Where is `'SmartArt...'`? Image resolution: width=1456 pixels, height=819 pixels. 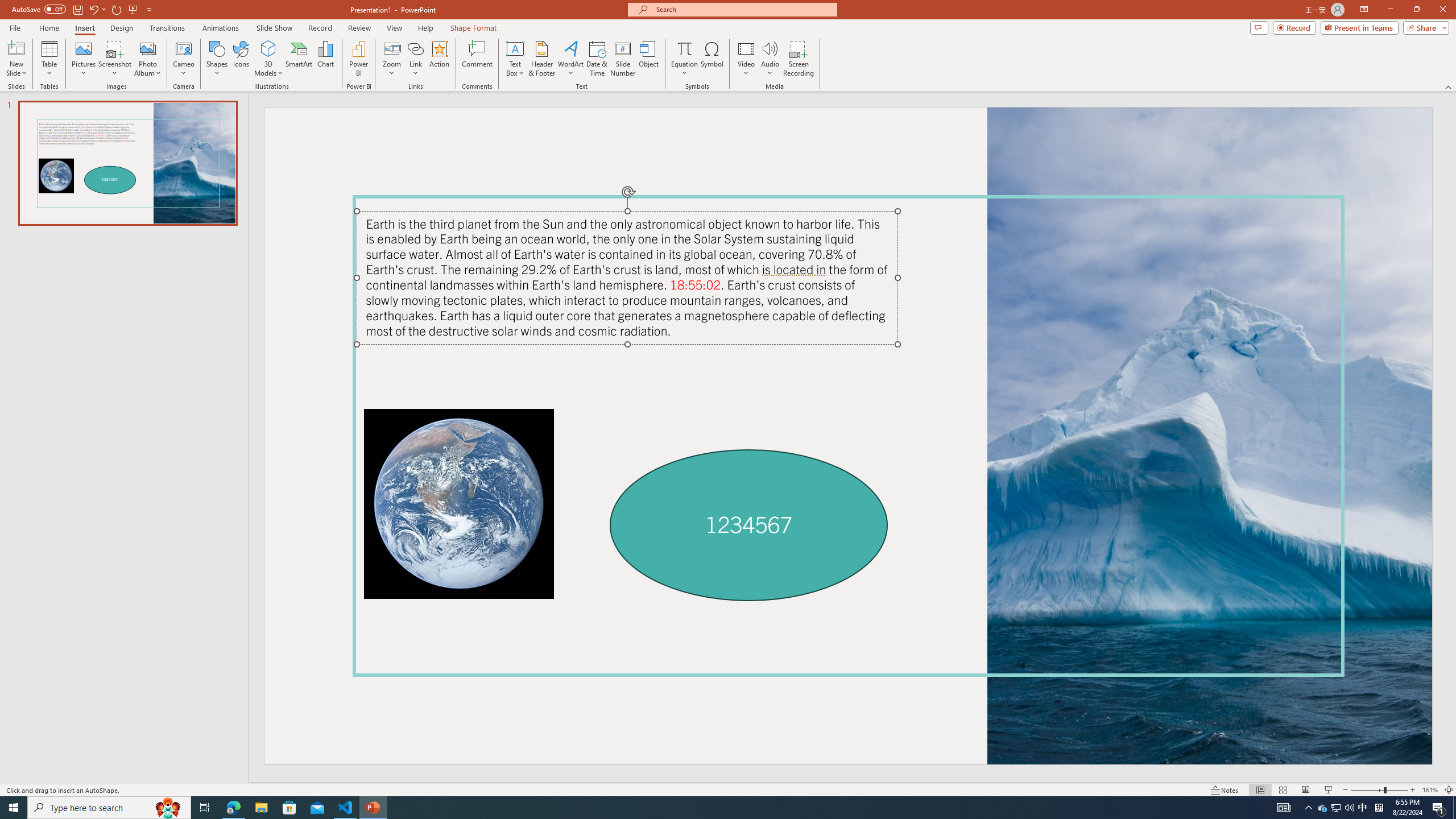
'SmartArt...' is located at coordinates (299, 59).